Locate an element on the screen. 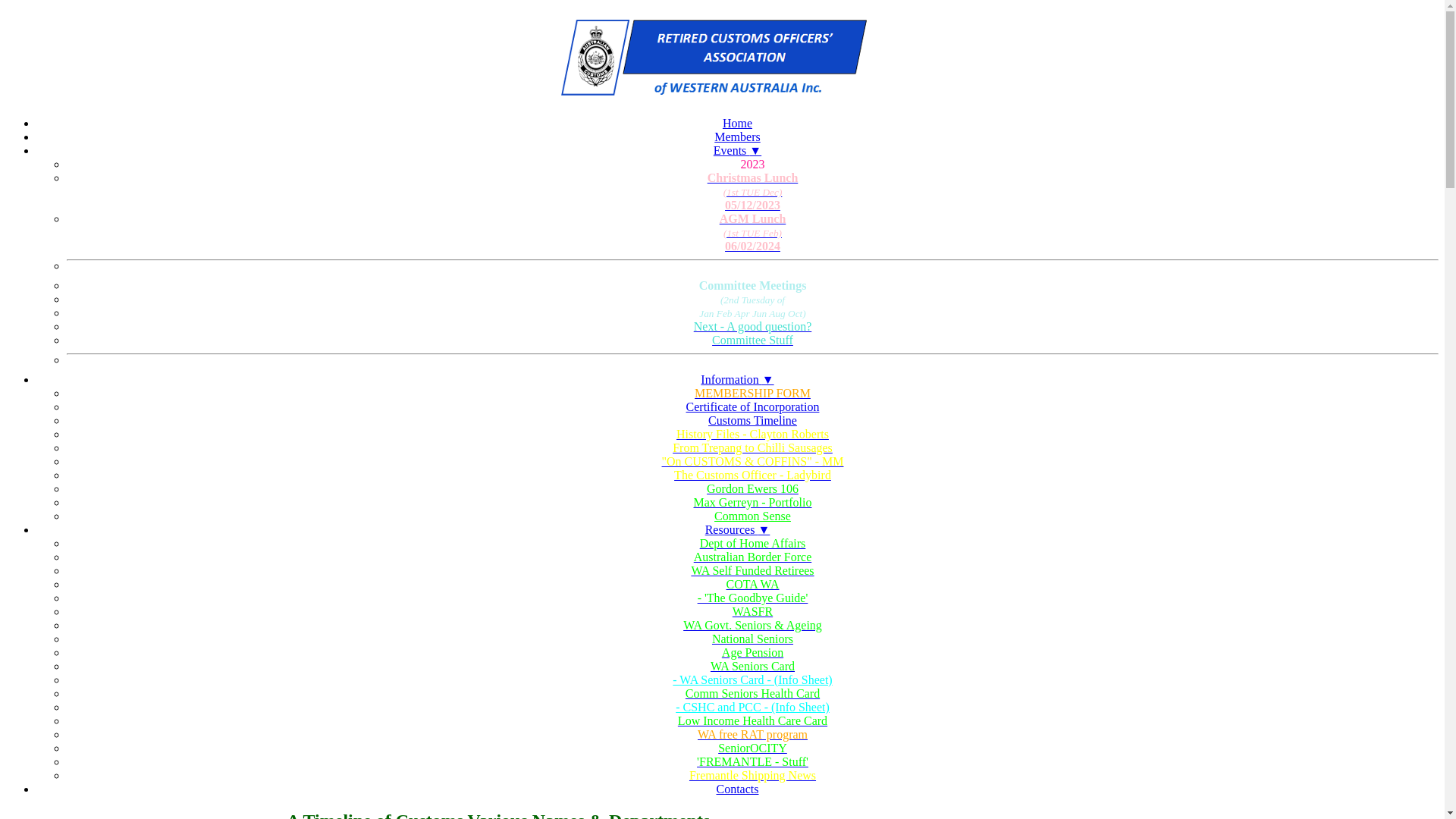 Image resolution: width=1456 pixels, height=819 pixels. 'Low Income Health Care Card' is located at coordinates (752, 720).